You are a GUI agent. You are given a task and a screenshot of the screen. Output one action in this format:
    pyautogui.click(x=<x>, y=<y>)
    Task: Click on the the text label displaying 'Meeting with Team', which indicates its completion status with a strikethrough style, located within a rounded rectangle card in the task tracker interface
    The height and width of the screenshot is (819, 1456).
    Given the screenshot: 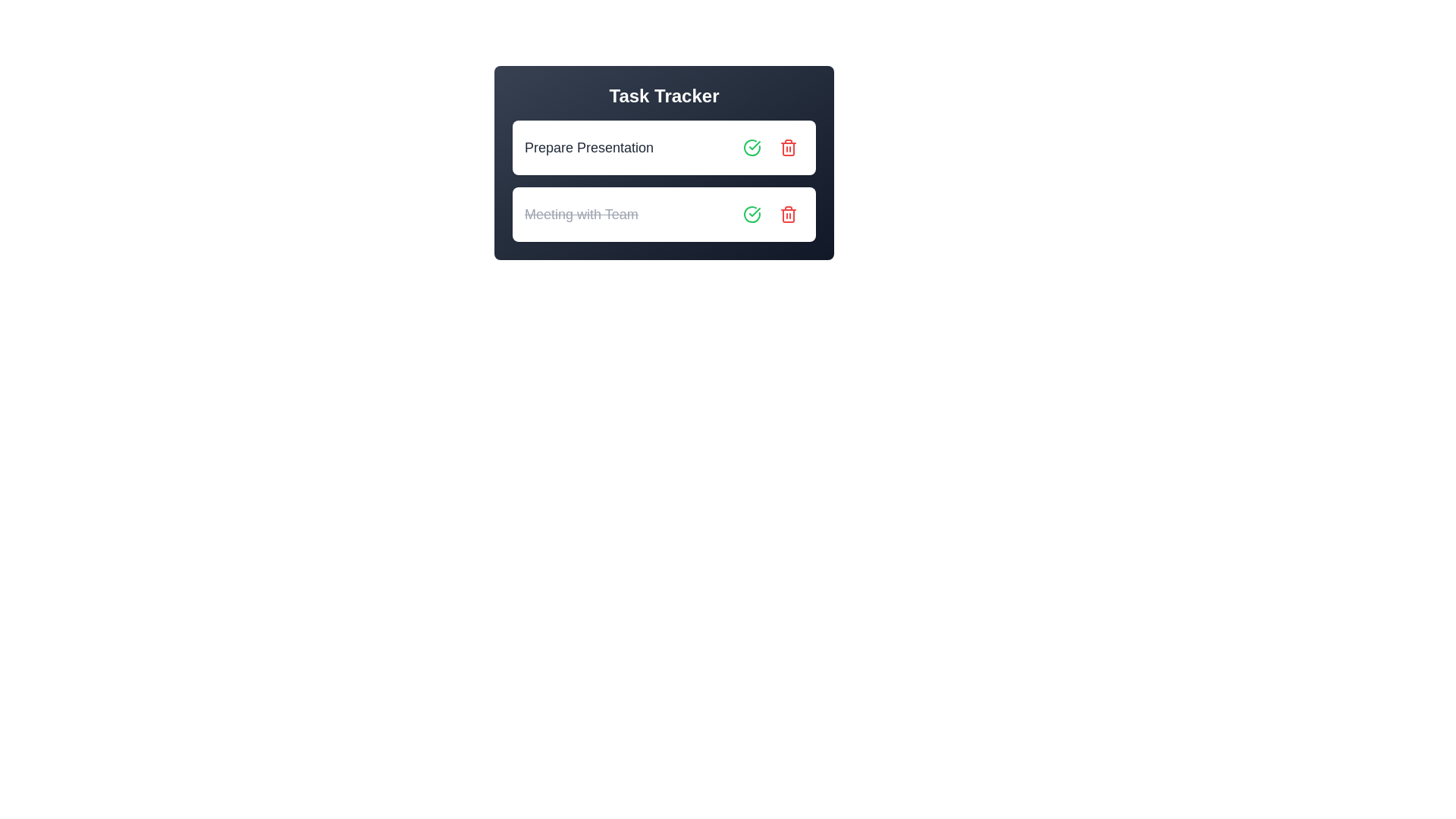 What is the action you would take?
    pyautogui.click(x=580, y=214)
    